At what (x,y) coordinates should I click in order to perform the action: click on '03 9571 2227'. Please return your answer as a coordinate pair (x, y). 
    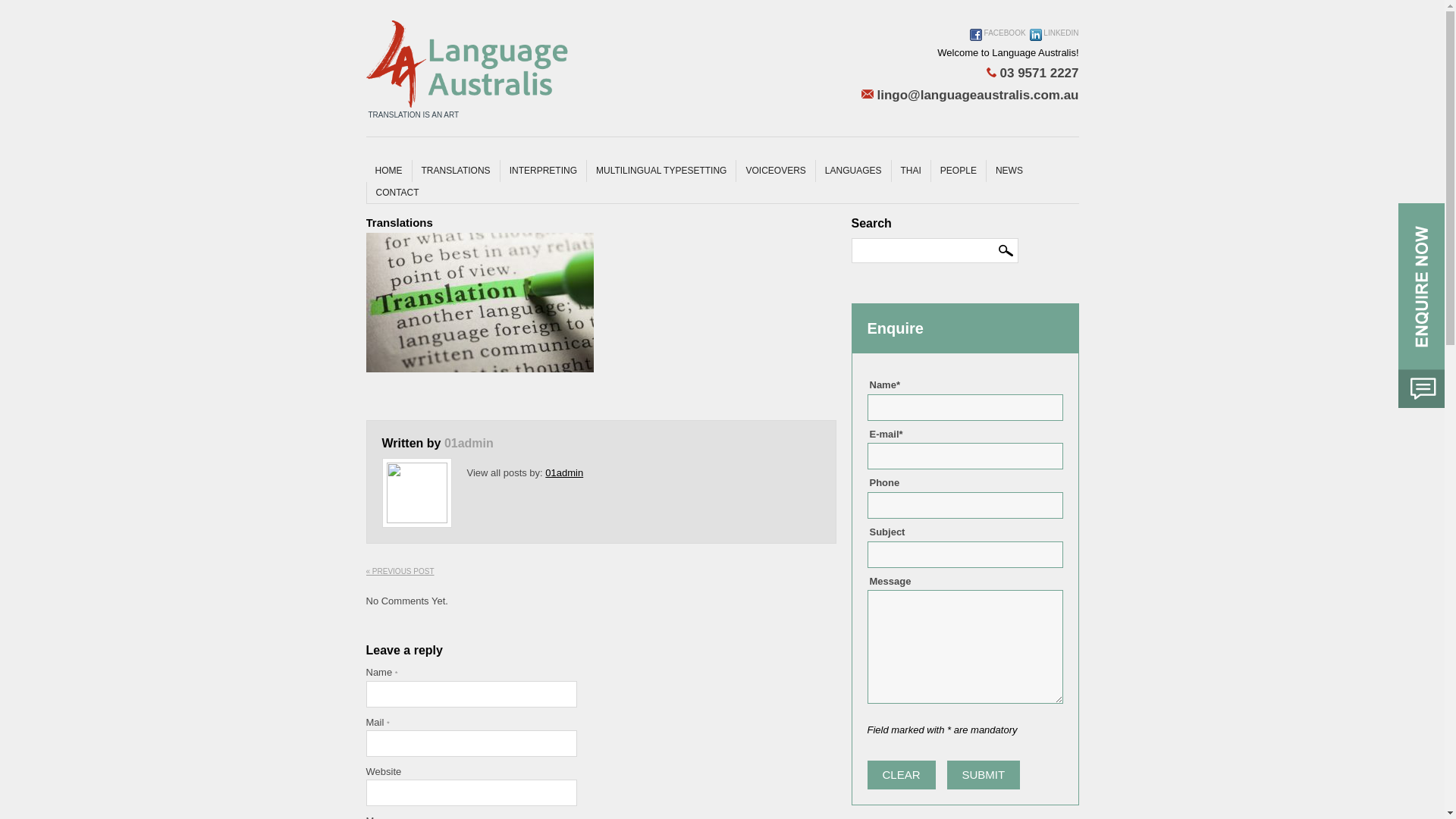
    Looking at the image, I should click on (969, 73).